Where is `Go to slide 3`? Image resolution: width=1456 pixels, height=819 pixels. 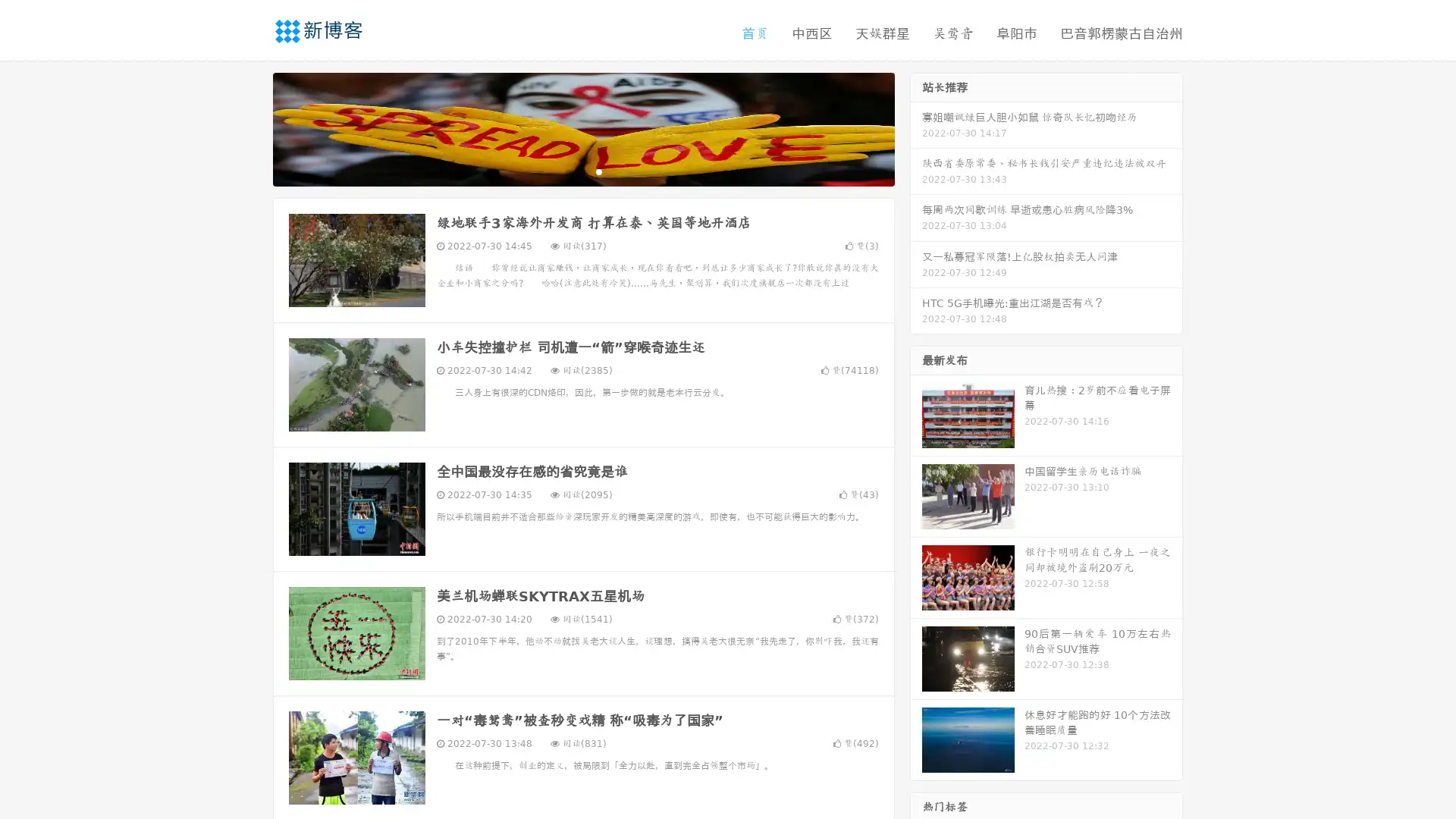
Go to slide 3 is located at coordinates (598, 171).